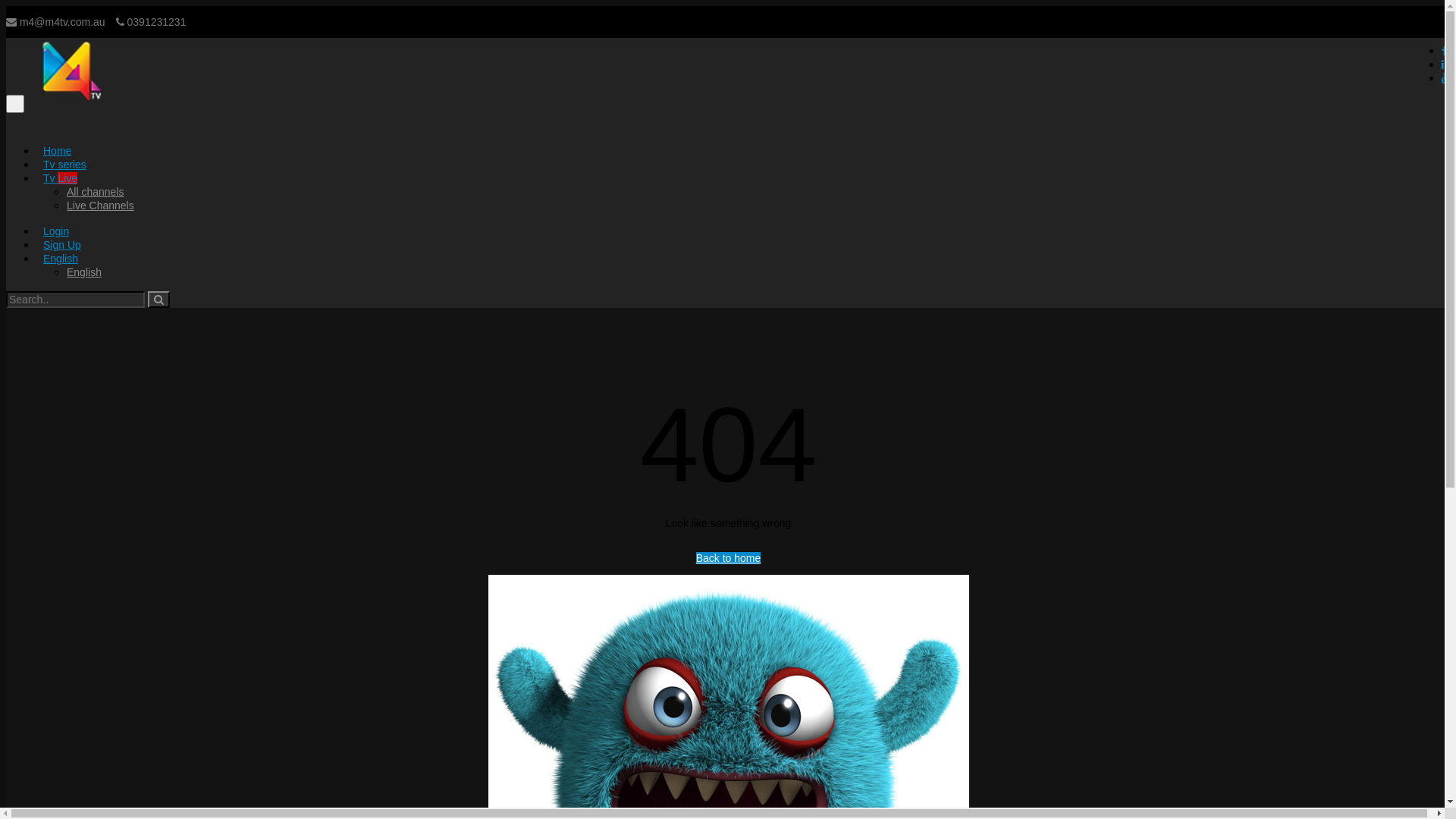 The height and width of the screenshot is (819, 1456). I want to click on 'Login', so click(55, 231).